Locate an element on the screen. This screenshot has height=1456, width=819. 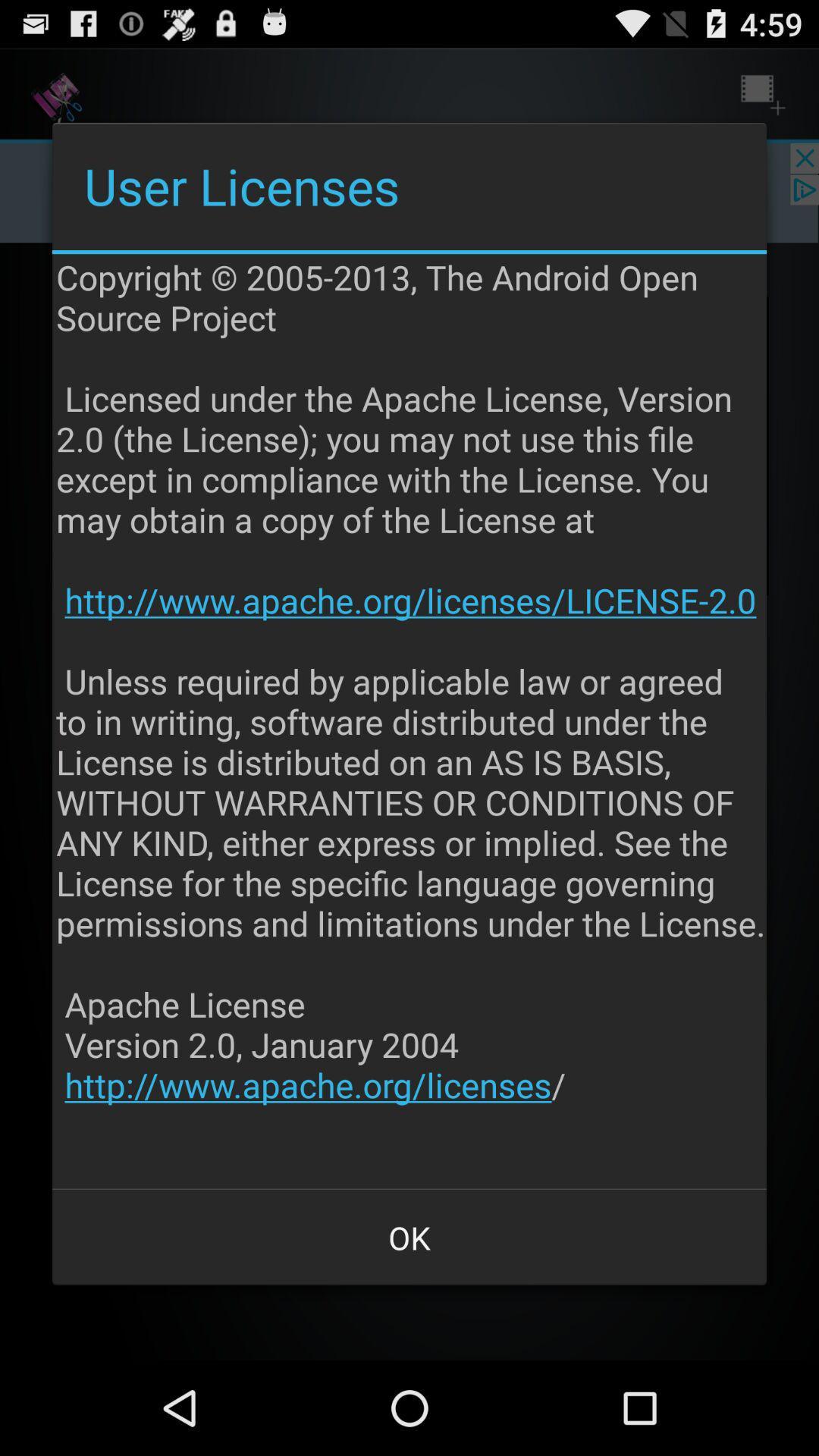
ok is located at coordinates (409, 1238).